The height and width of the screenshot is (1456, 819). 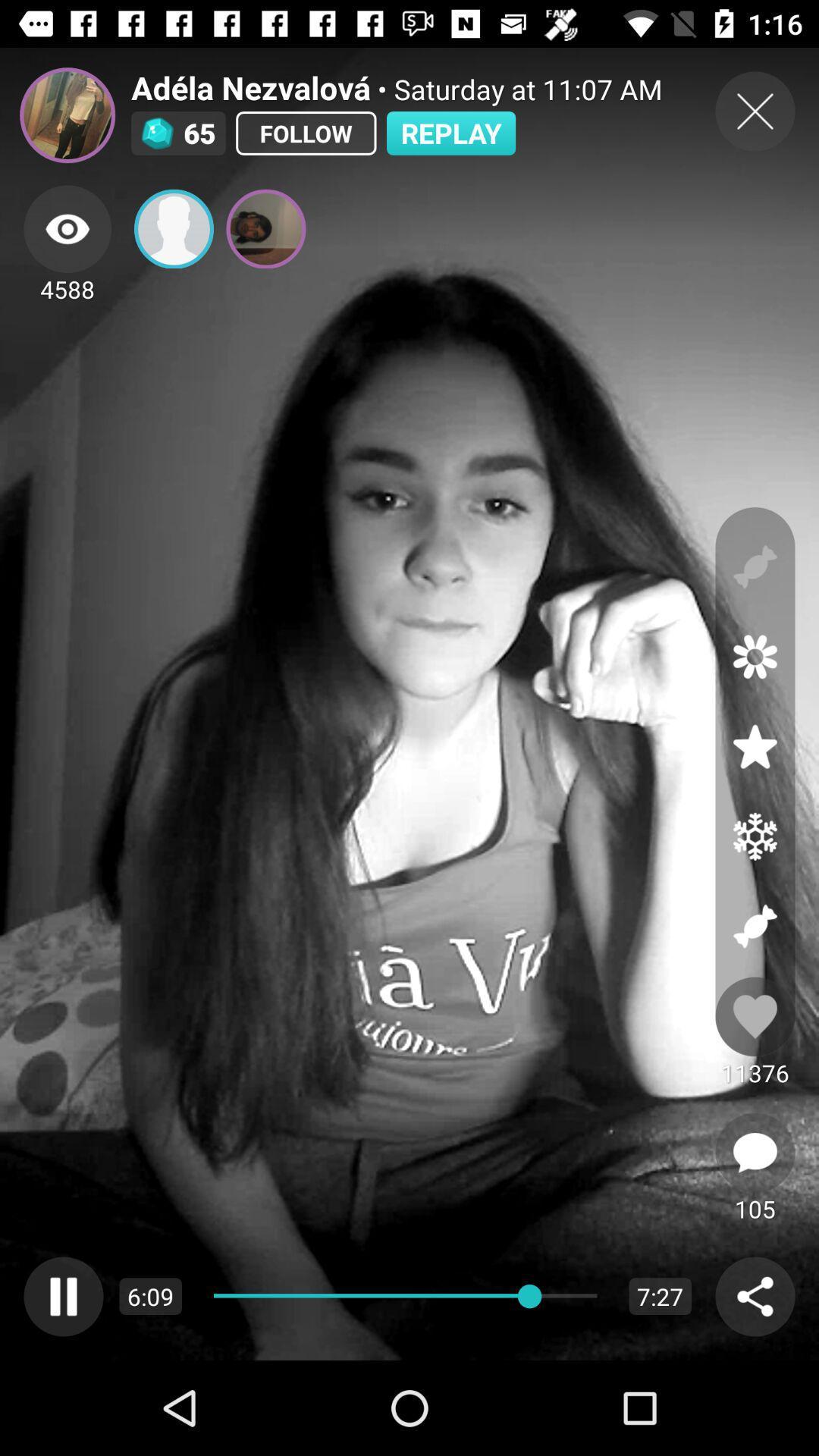 I want to click on the avatar icon, so click(x=67, y=115).